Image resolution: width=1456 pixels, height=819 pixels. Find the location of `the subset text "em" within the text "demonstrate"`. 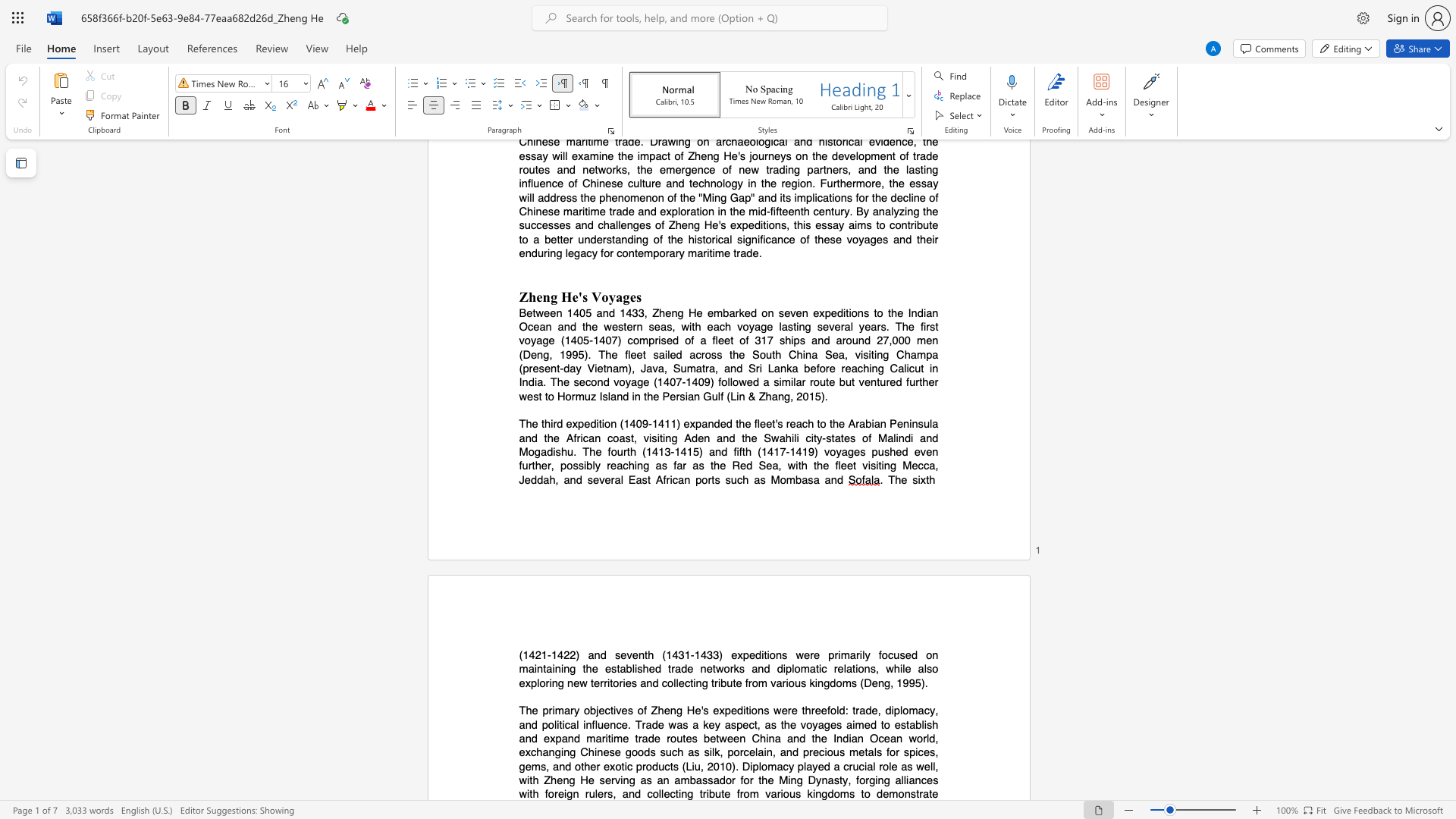

the subset text "em" within the text "demonstrate" is located at coordinates (883, 793).